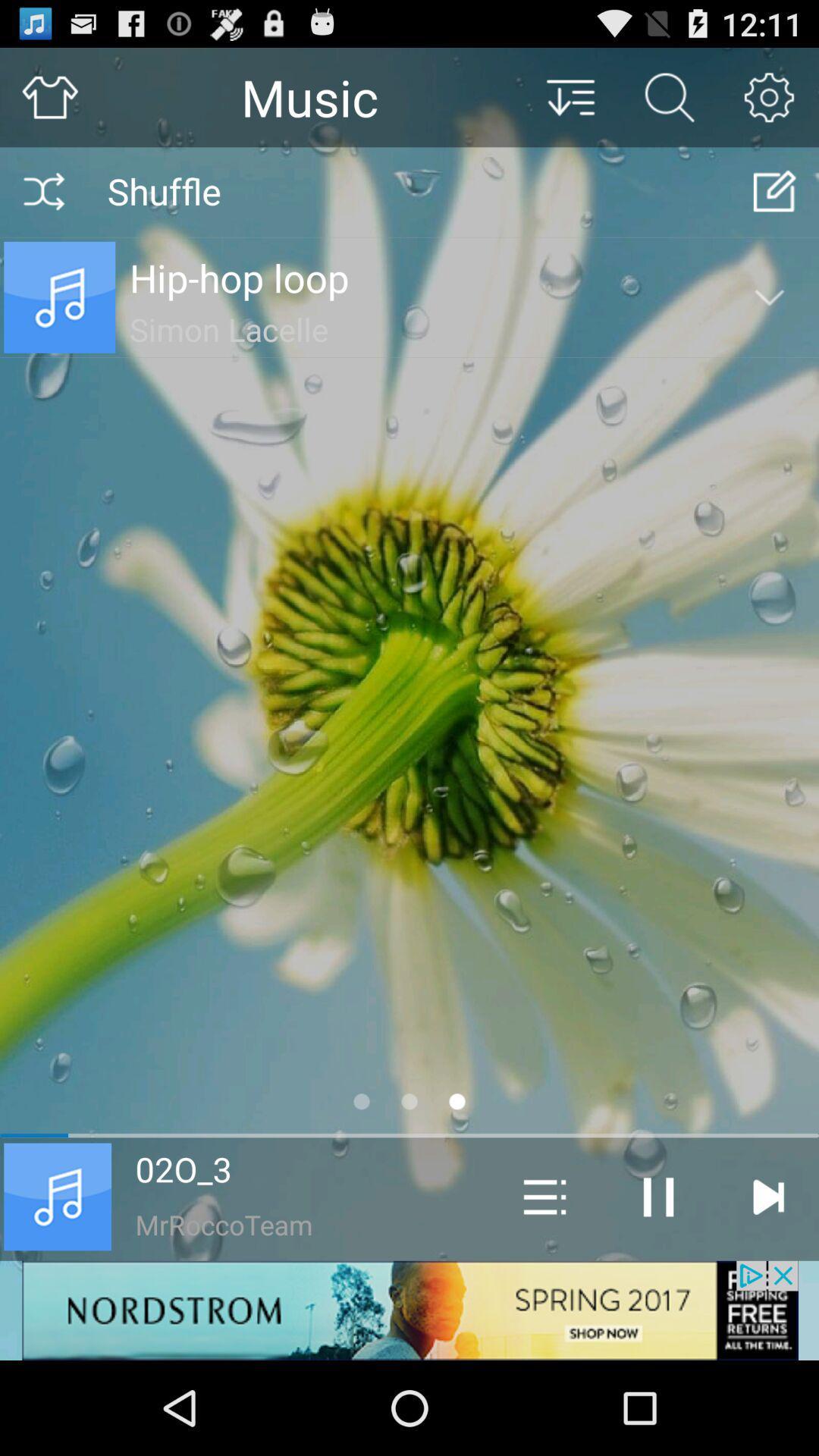  I want to click on the filter_list icon, so click(570, 103).